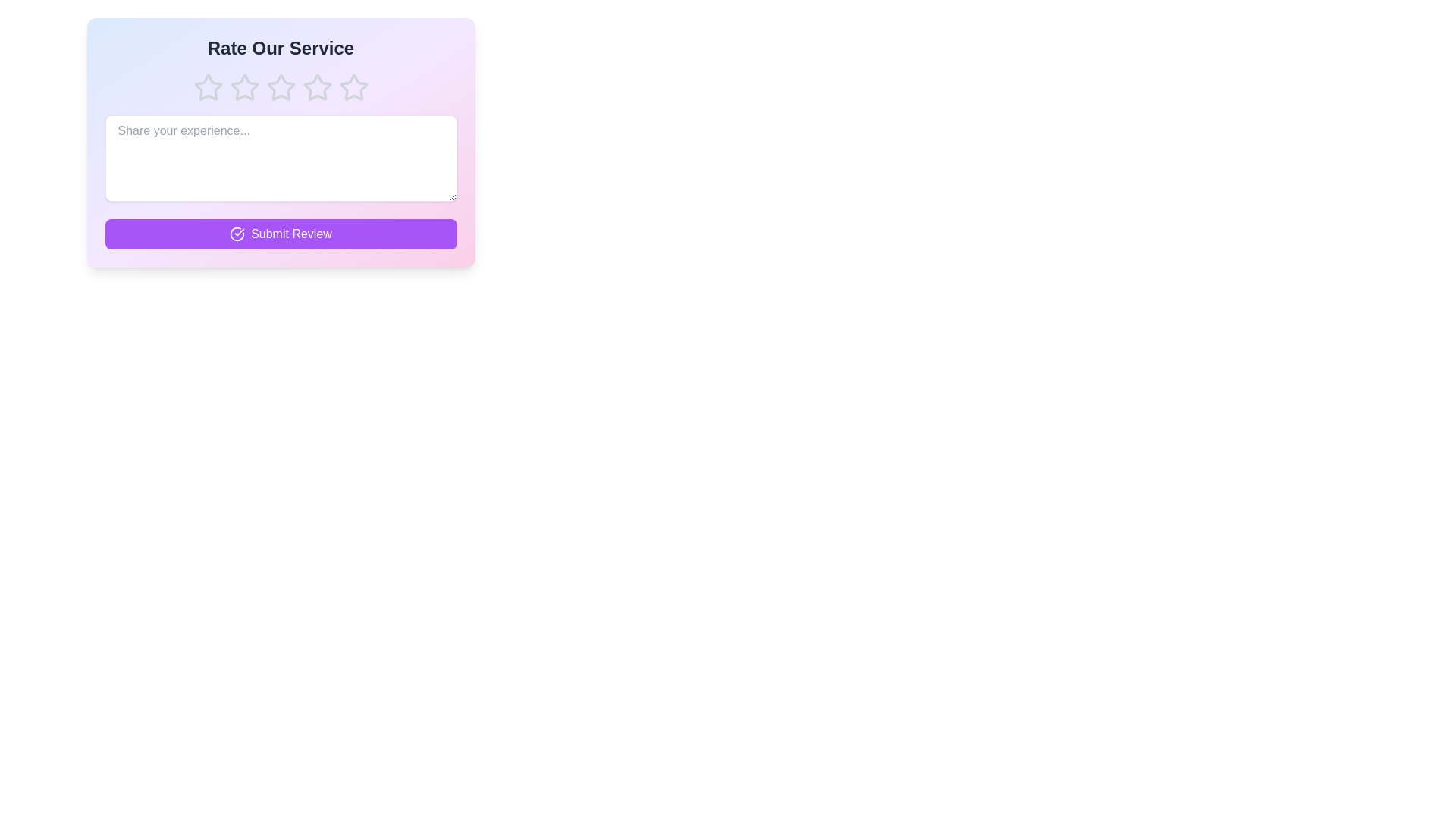  I want to click on the star corresponding to 1 to preview the rating, so click(207, 87).